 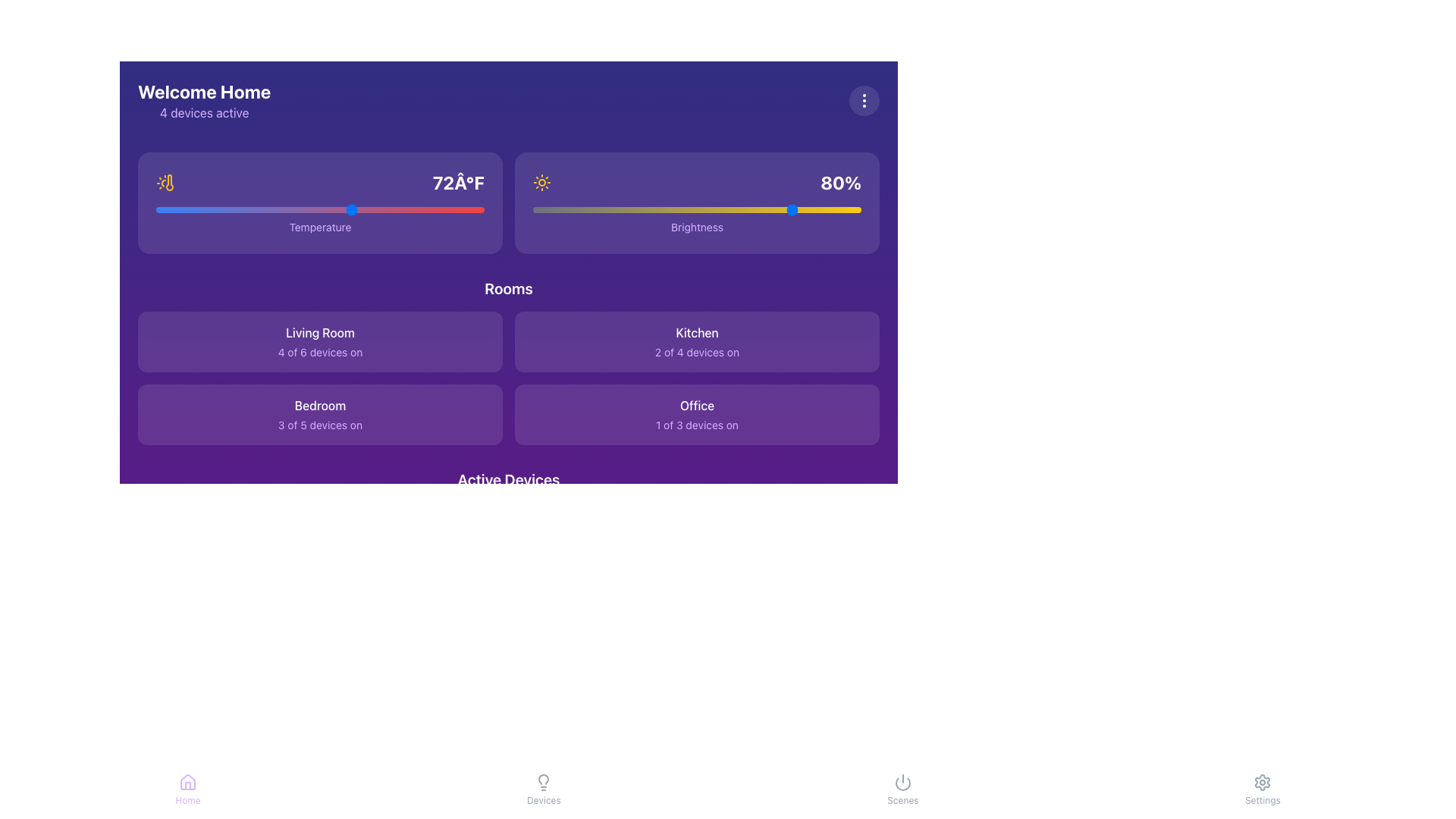 What do you see at coordinates (696, 353) in the screenshot?
I see `the text label displaying '2 of 4 devices on', which is styled in small, purple font and located in the lower section of the card interface under the 'Kitchen' title` at bounding box center [696, 353].